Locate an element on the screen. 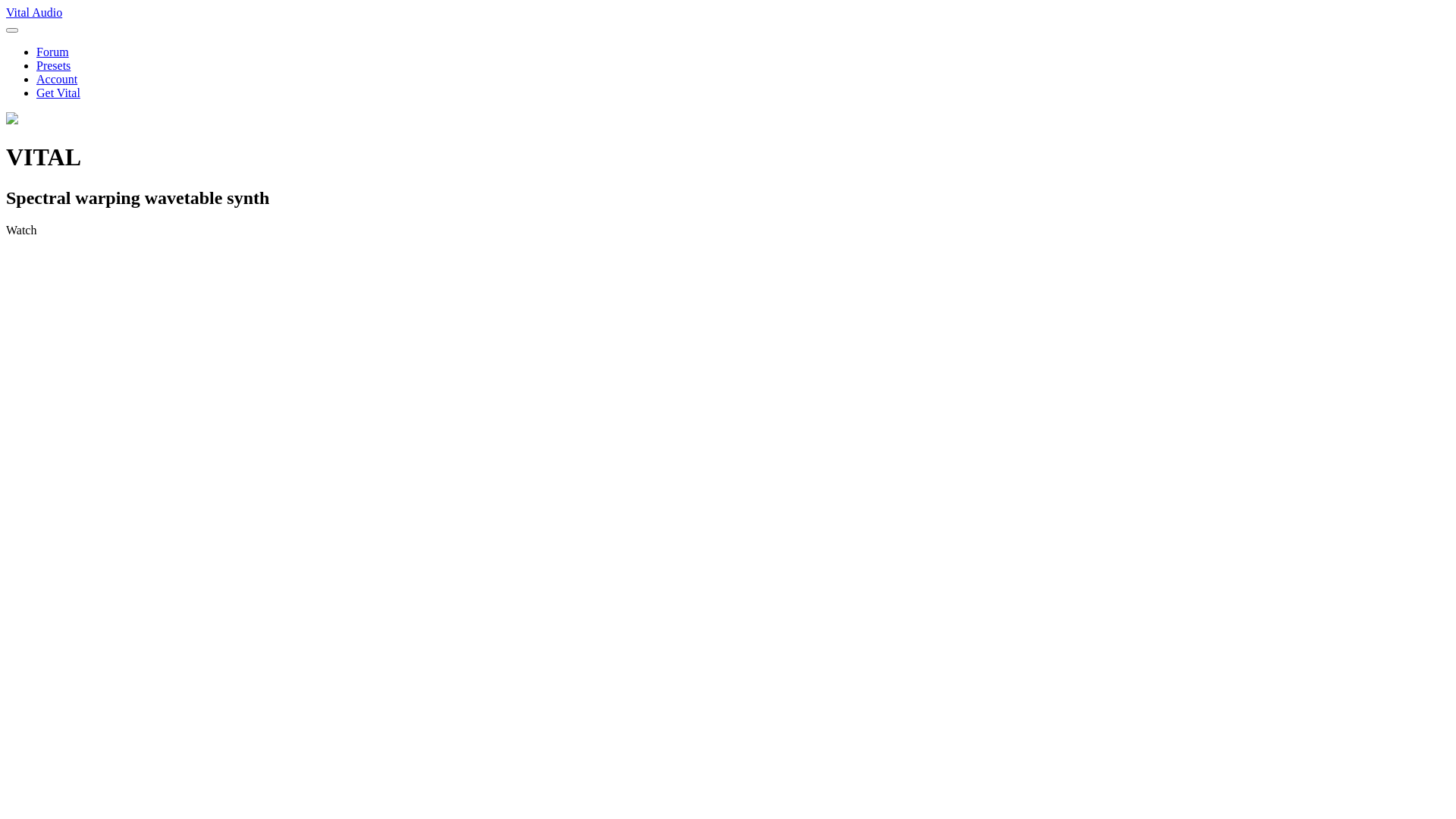 This screenshot has height=819, width=1456. 'Vital Audio' is located at coordinates (728, 19).